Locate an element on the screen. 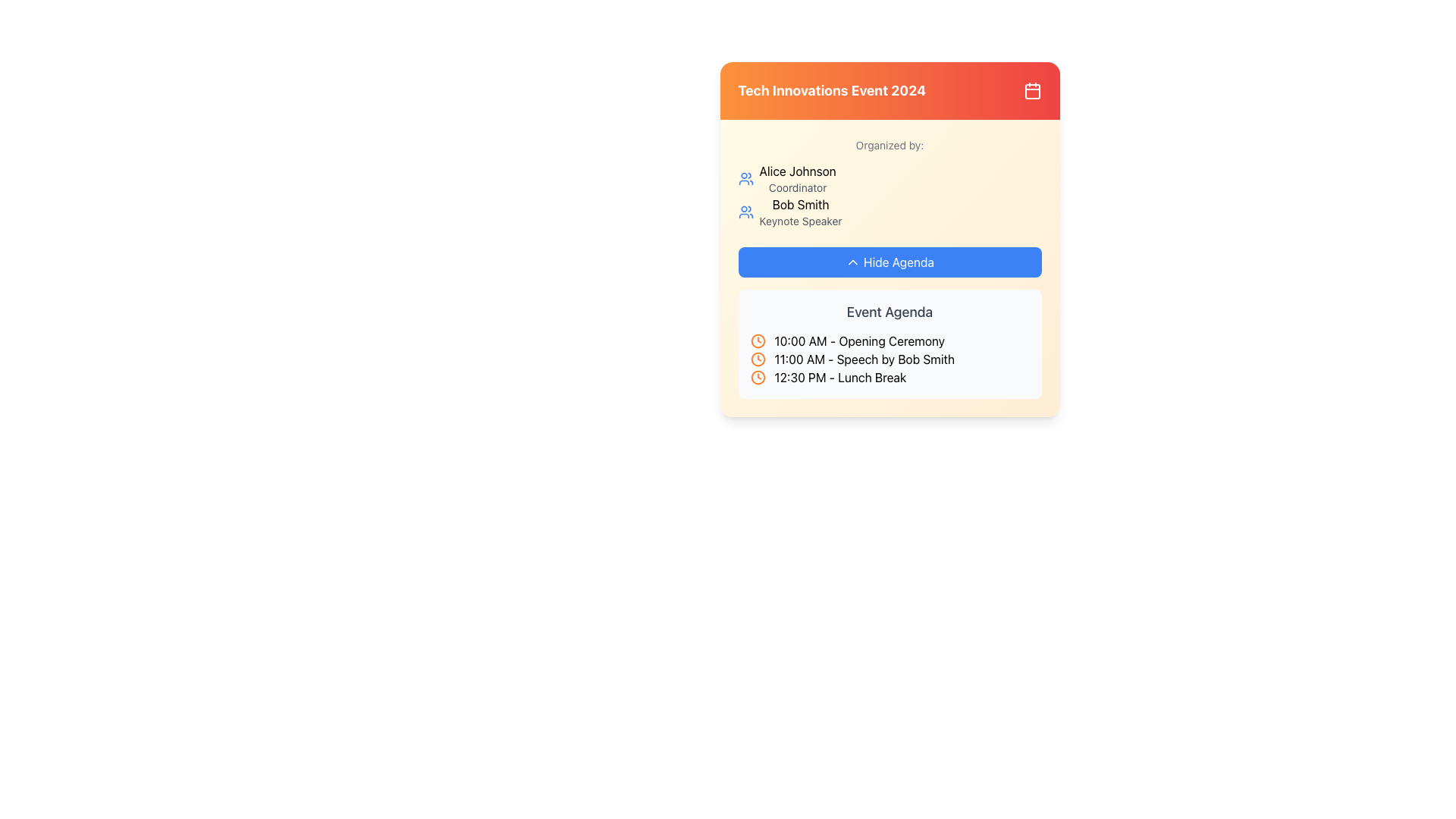  the static text label element displaying 'Coordinator', which is positioned below 'Alice Johnson' in the 'Organized by' section of the interface is located at coordinates (797, 187).